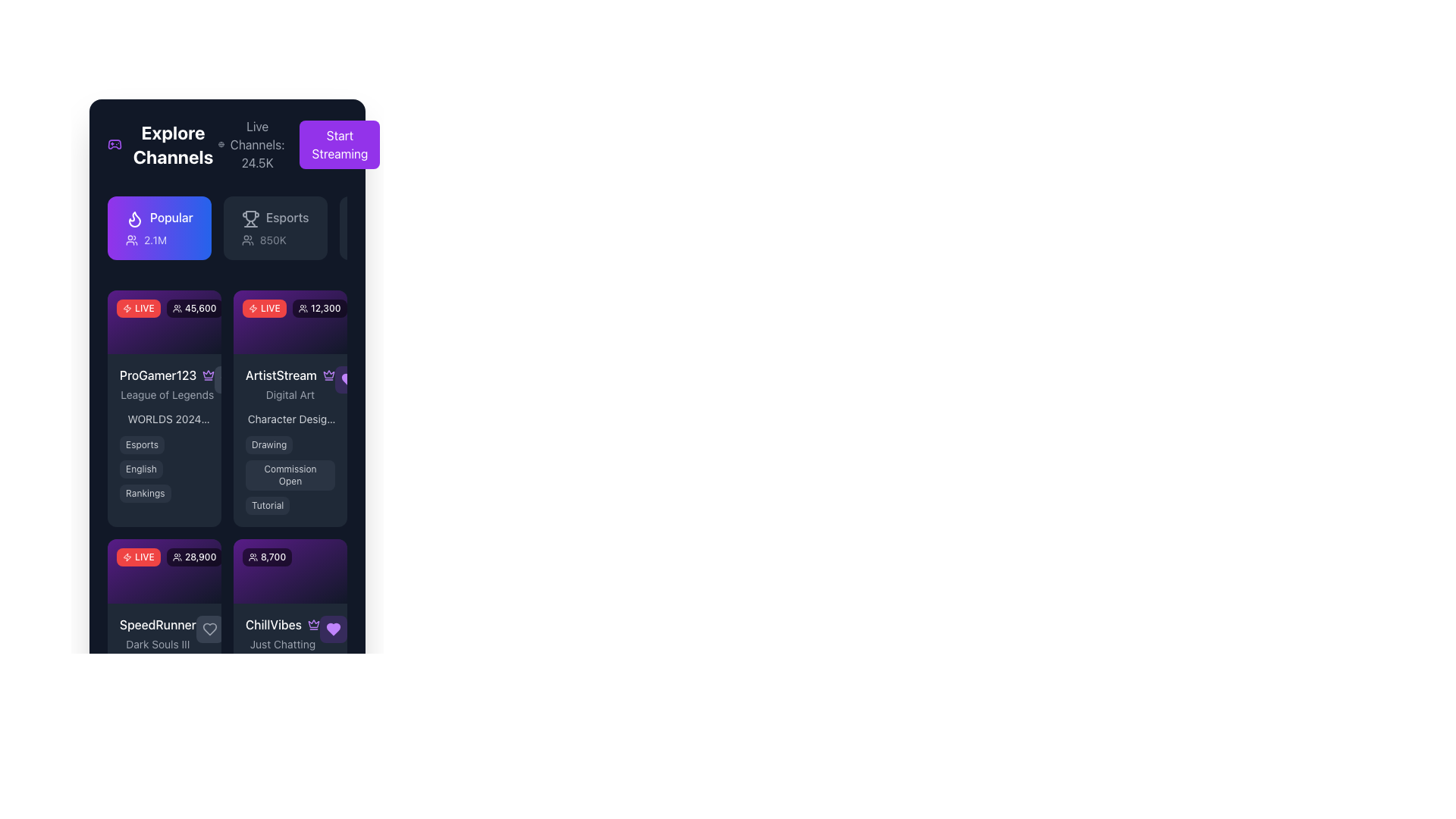  I want to click on the informational text label indicating that commissions are currently open, located below the 'Drawing' tag and above the 'Tutorial' tag in the 'ArtistStream' card, so click(290, 475).